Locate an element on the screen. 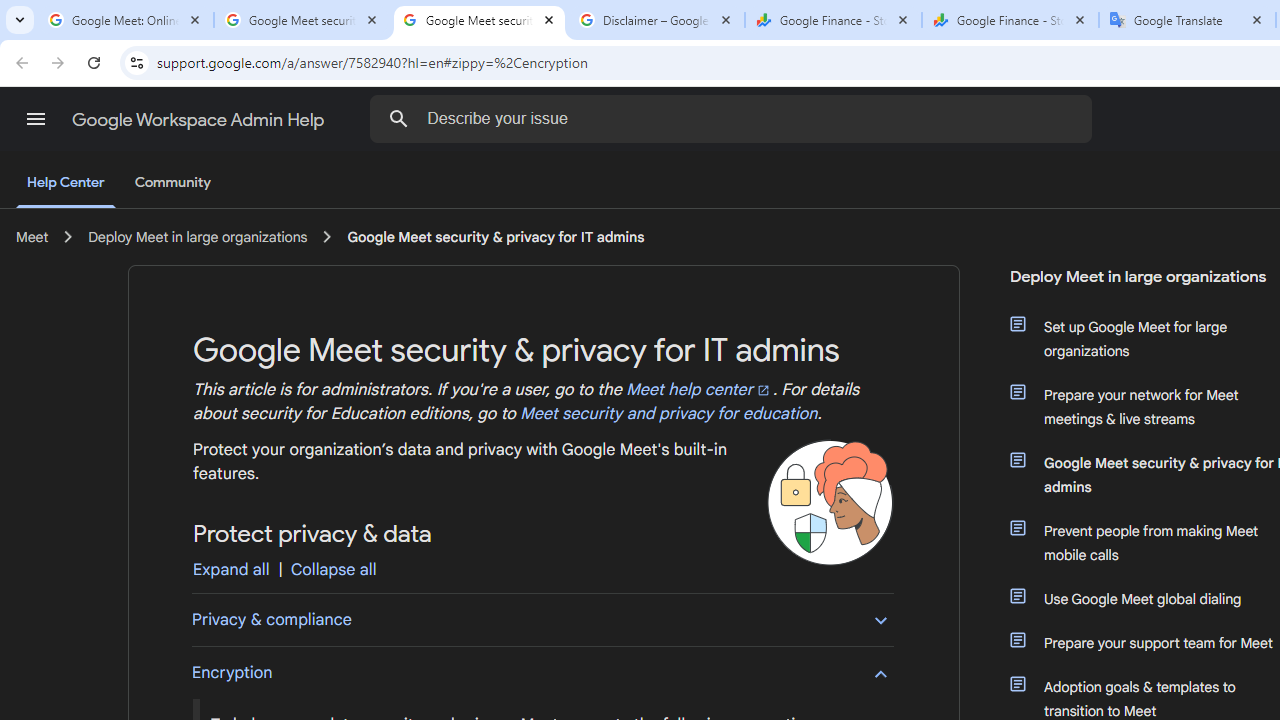 This screenshot has width=1280, height=720. 'Google Meet security & privacy for IT admins' is located at coordinates (496, 236).